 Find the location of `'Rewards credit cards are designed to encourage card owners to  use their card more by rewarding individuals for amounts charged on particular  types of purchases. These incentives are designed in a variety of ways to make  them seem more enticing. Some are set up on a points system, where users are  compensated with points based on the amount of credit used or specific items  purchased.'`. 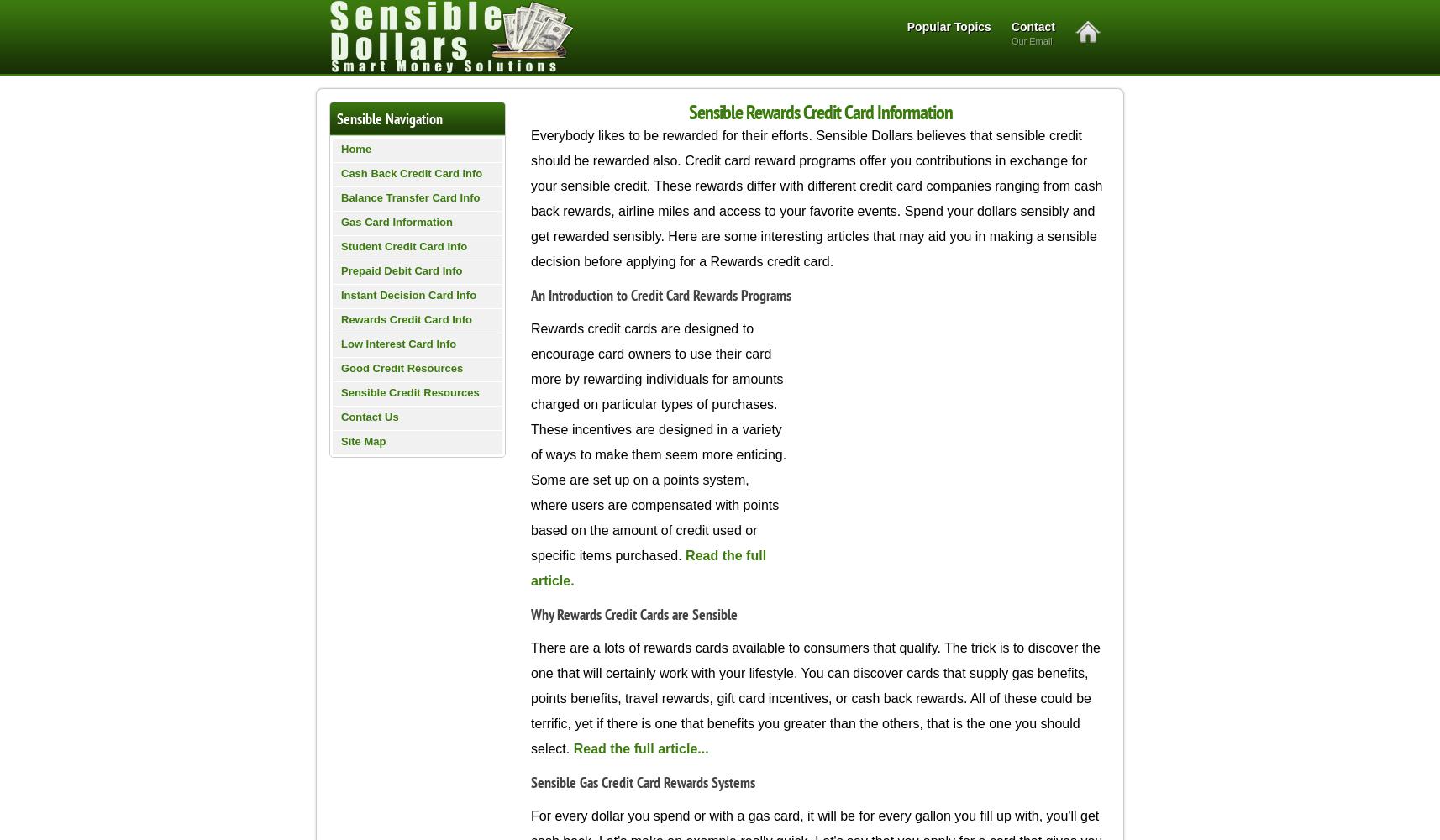

'Rewards credit cards are designed to encourage card owners to  use their card more by rewarding individuals for amounts charged on particular  types of purchases. These incentives are designed in a variety of ways to make  them seem more enticing. Some are set up on a points system, where users are  compensated with points based on the amount of credit used or specific items  purchased.' is located at coordinates (658, 442).